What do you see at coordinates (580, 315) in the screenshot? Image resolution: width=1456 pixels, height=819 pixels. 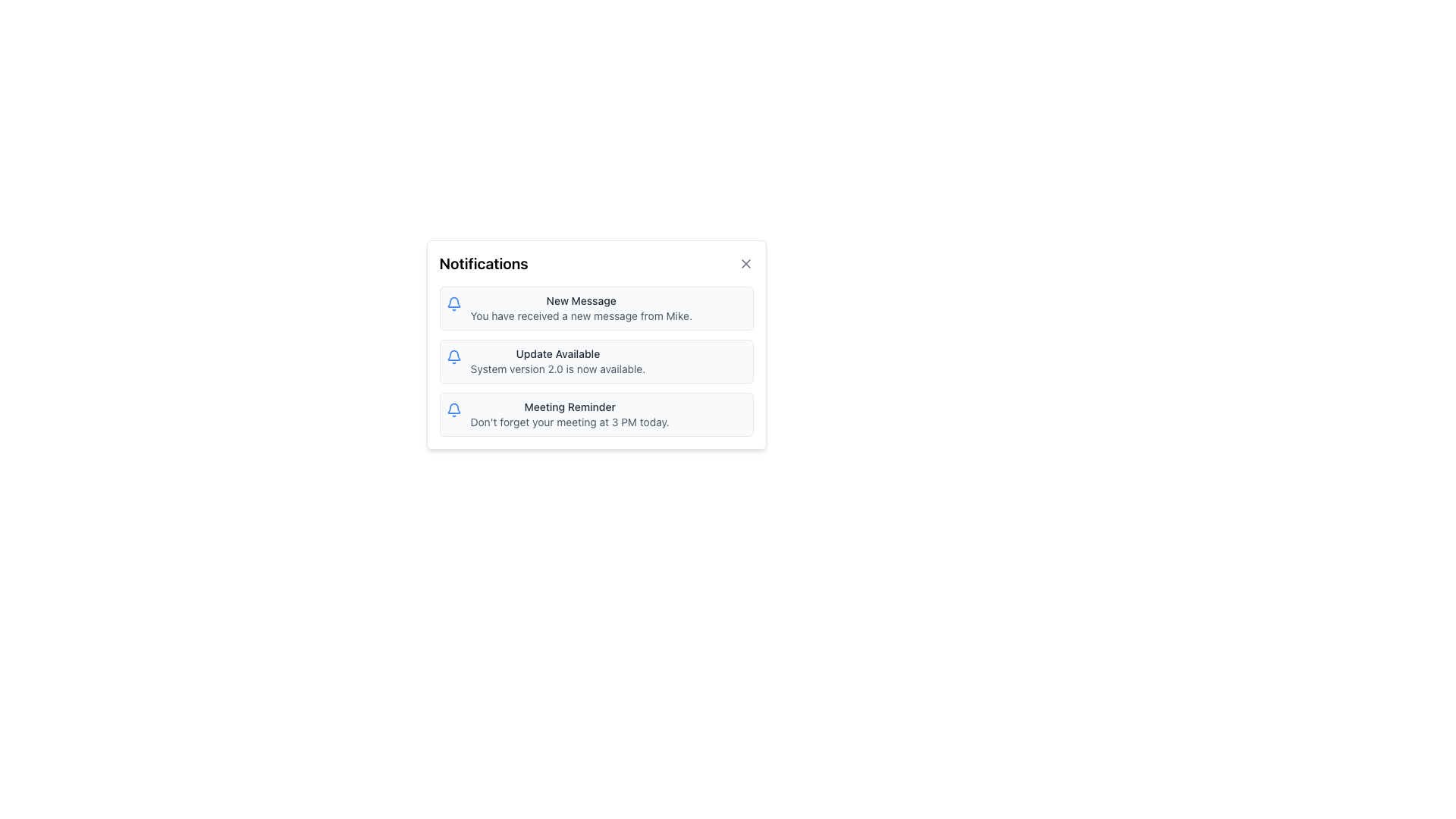 I see `the text label that displays 'You have received a new message from Mike.' located below the title 'New Message' in a notification card` at bounding box center [580, 315].